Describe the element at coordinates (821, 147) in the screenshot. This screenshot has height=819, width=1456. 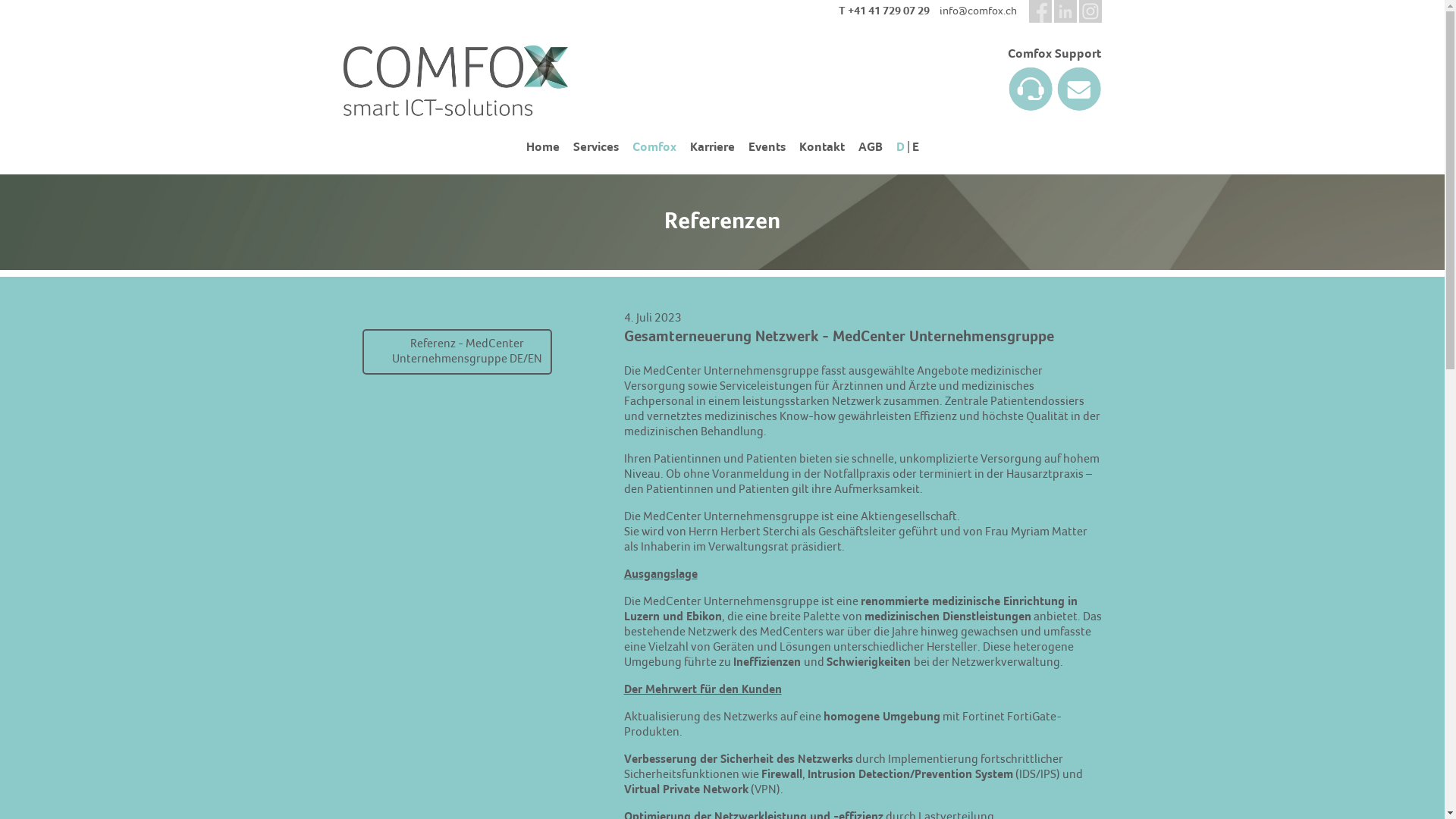
I see `'Kontakt'` at that location.